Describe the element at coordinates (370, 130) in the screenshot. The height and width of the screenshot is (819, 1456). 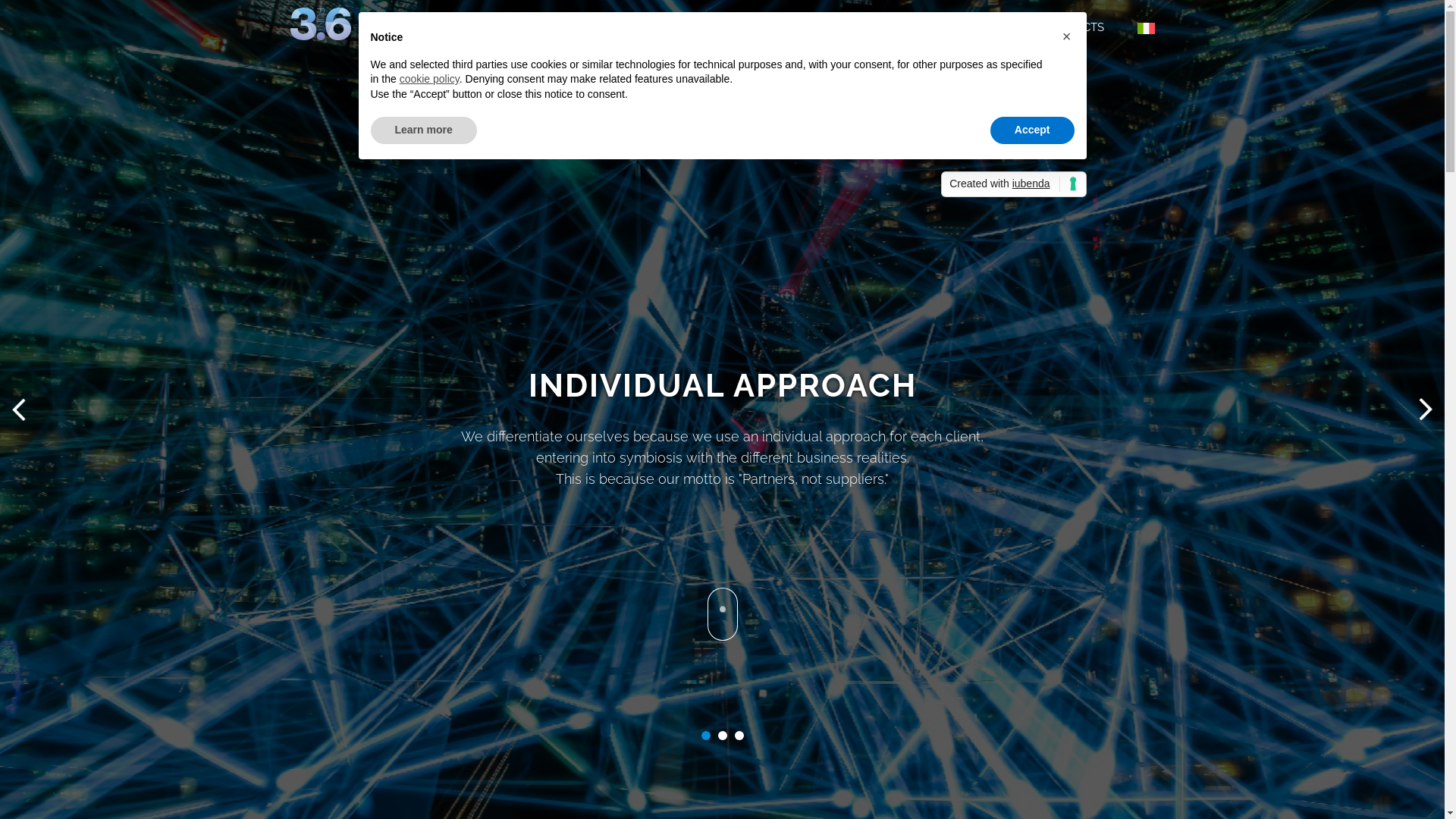
I see `'Learn more'` at that location.